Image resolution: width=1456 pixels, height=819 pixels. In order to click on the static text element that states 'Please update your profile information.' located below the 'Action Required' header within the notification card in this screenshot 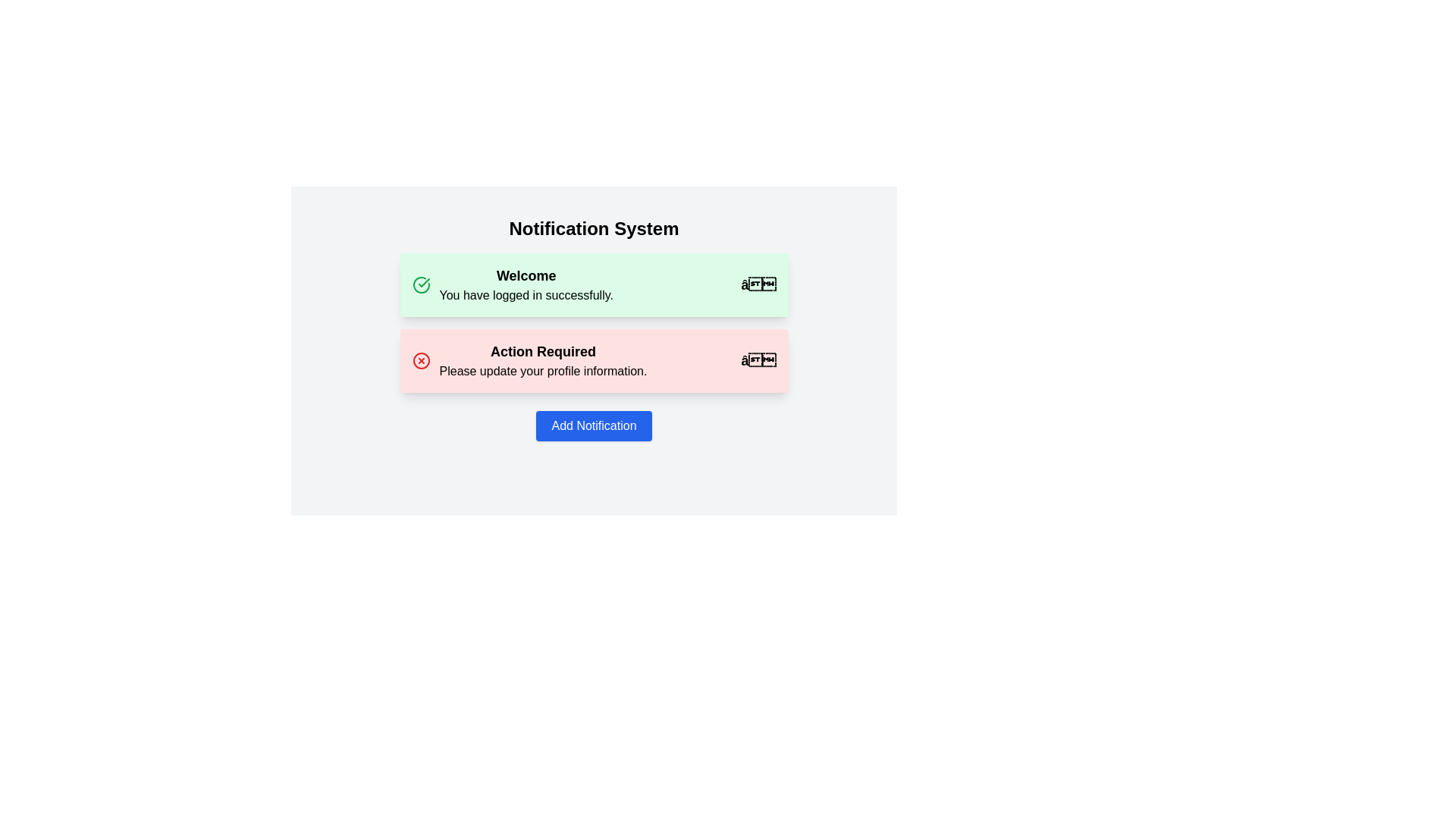, I will do `click(543, 371)`.